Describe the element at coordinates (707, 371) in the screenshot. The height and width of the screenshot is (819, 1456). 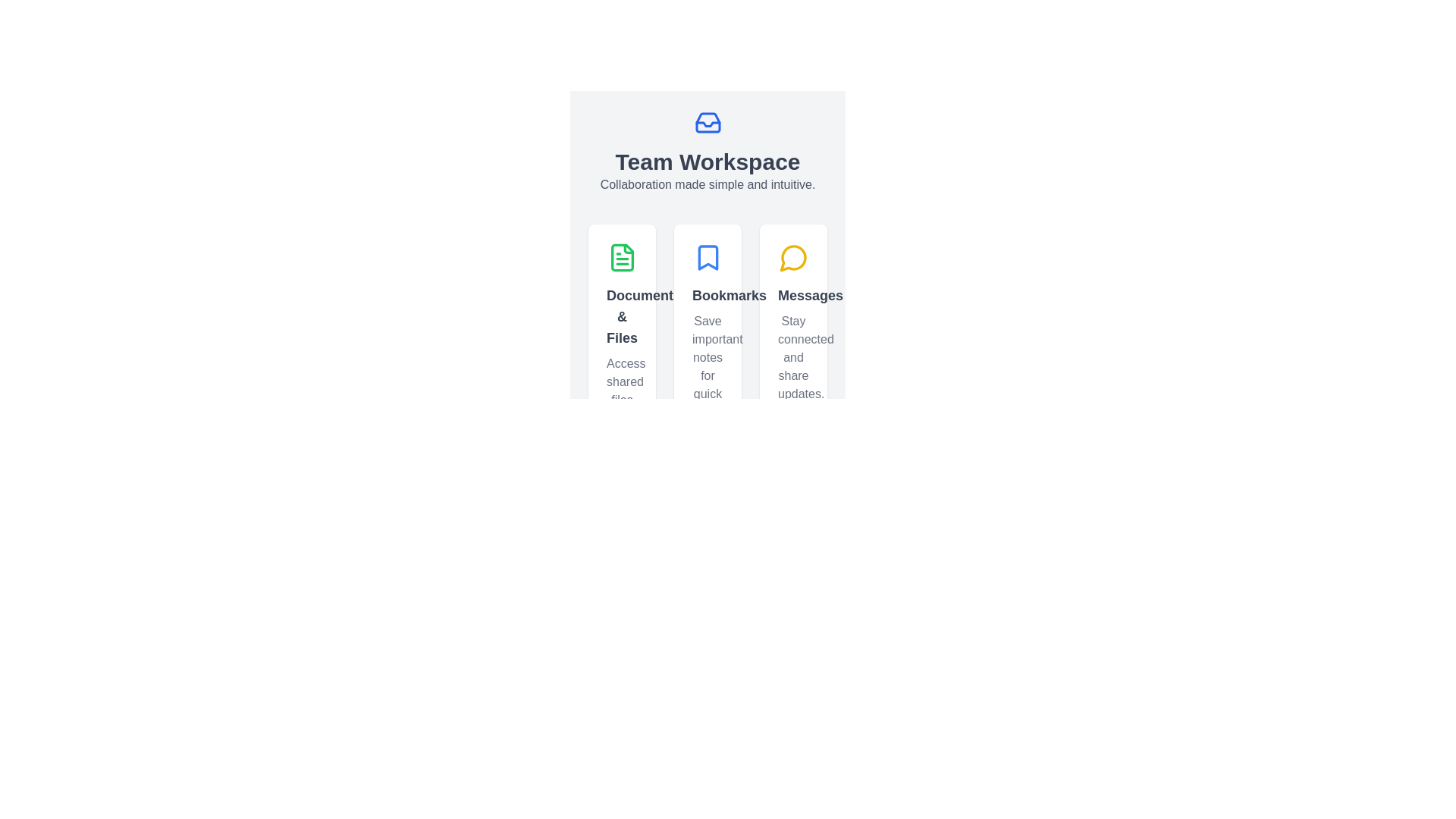
I see `the 'Bookmarks' feature overview panel, which is the second column under the 'Team Workspace' section, located between the 'Documents & Files' and 'Messages' panels` at that location.